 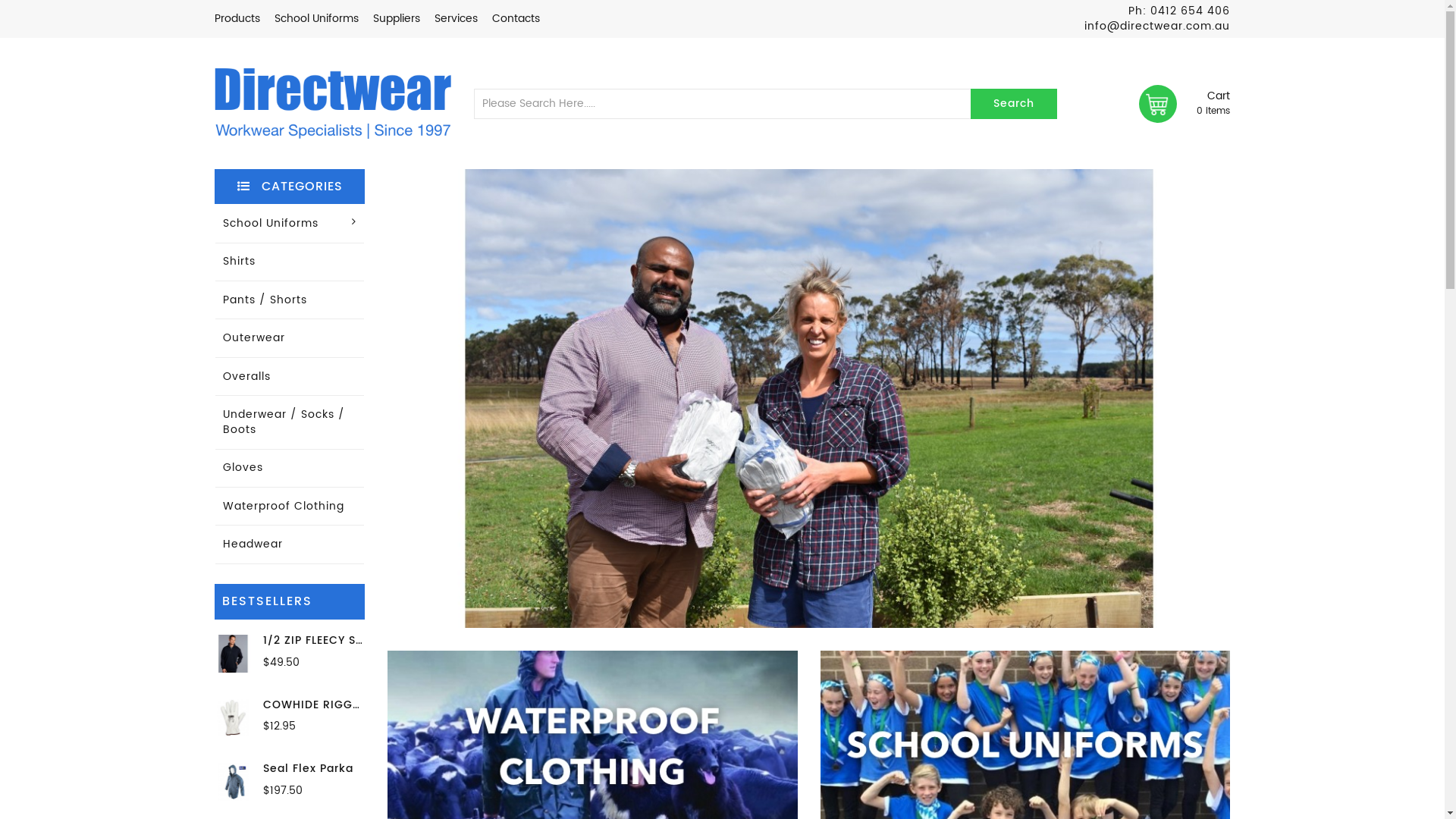 I want to click on 'Shirts', so click(x=290, y=262).